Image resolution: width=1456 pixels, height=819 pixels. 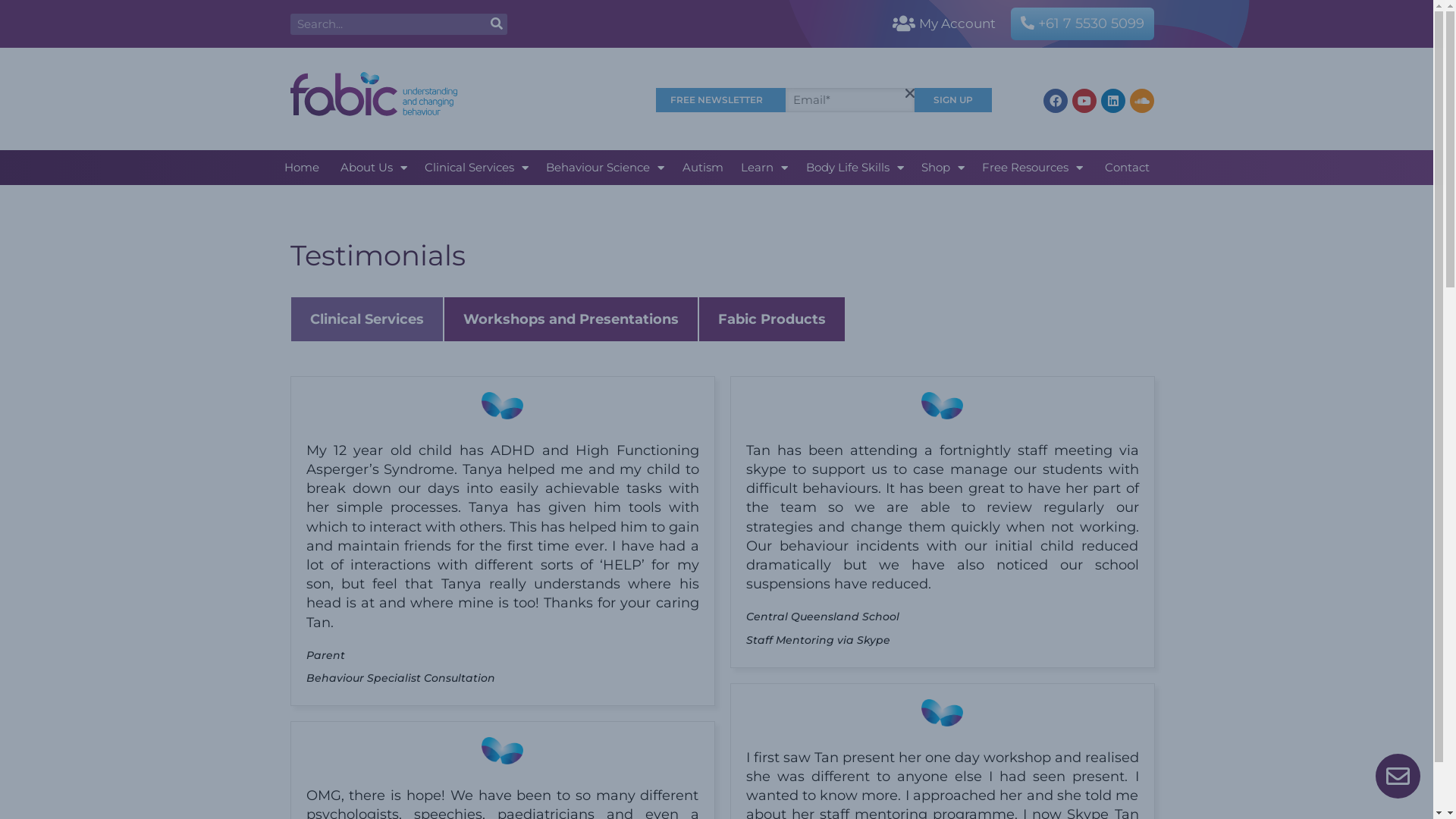 What do you see at coordinates (1011, 24) in the screenshot?
I see `'+61 7 5530 5099'` at bounding box center [1011, 24].